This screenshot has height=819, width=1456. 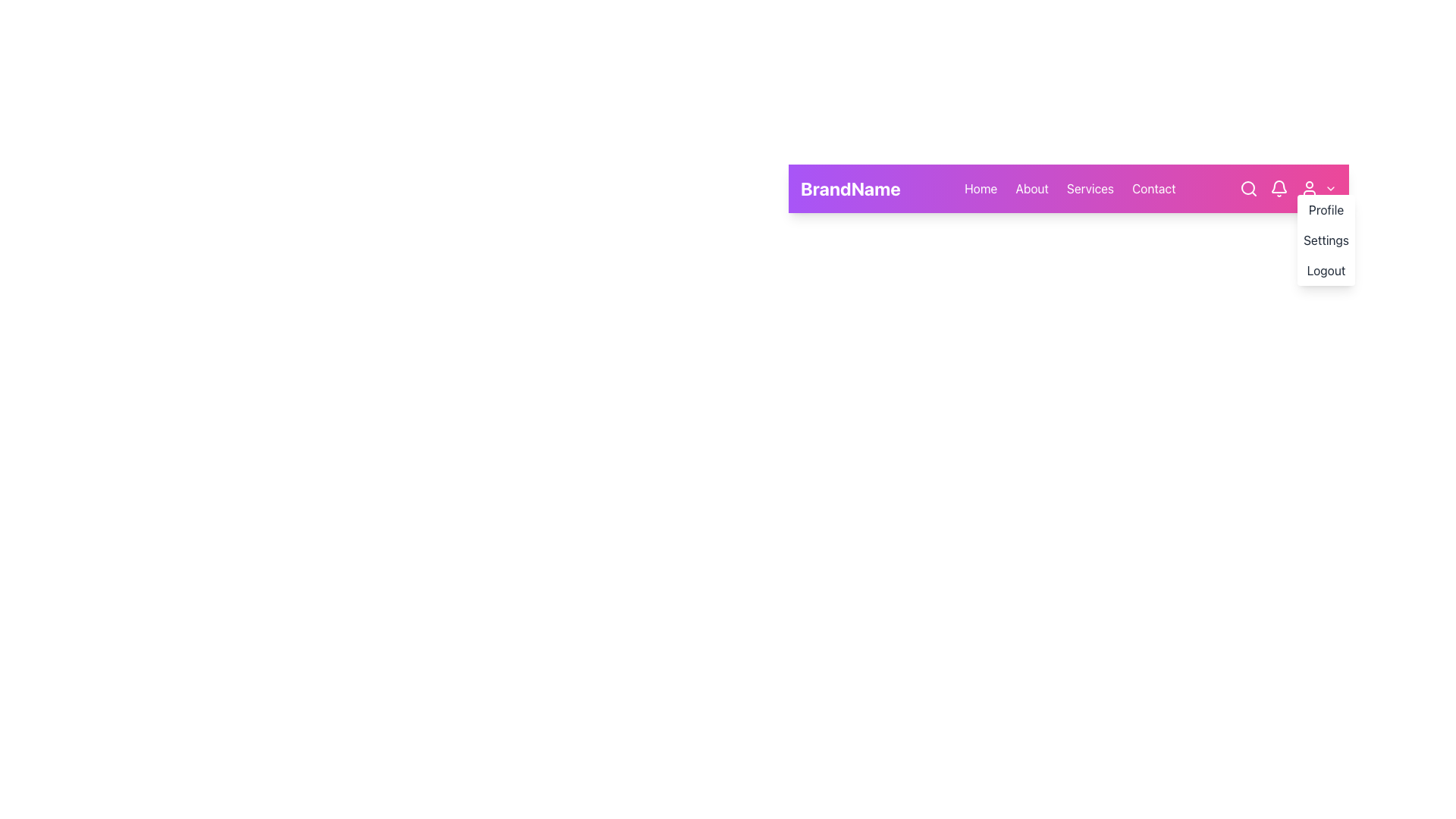 I want to click on the third clickable item in the horizontal navigation bar, which is the hyperlink that redirects to the 'Services' section, so click(x=1090, y=188).